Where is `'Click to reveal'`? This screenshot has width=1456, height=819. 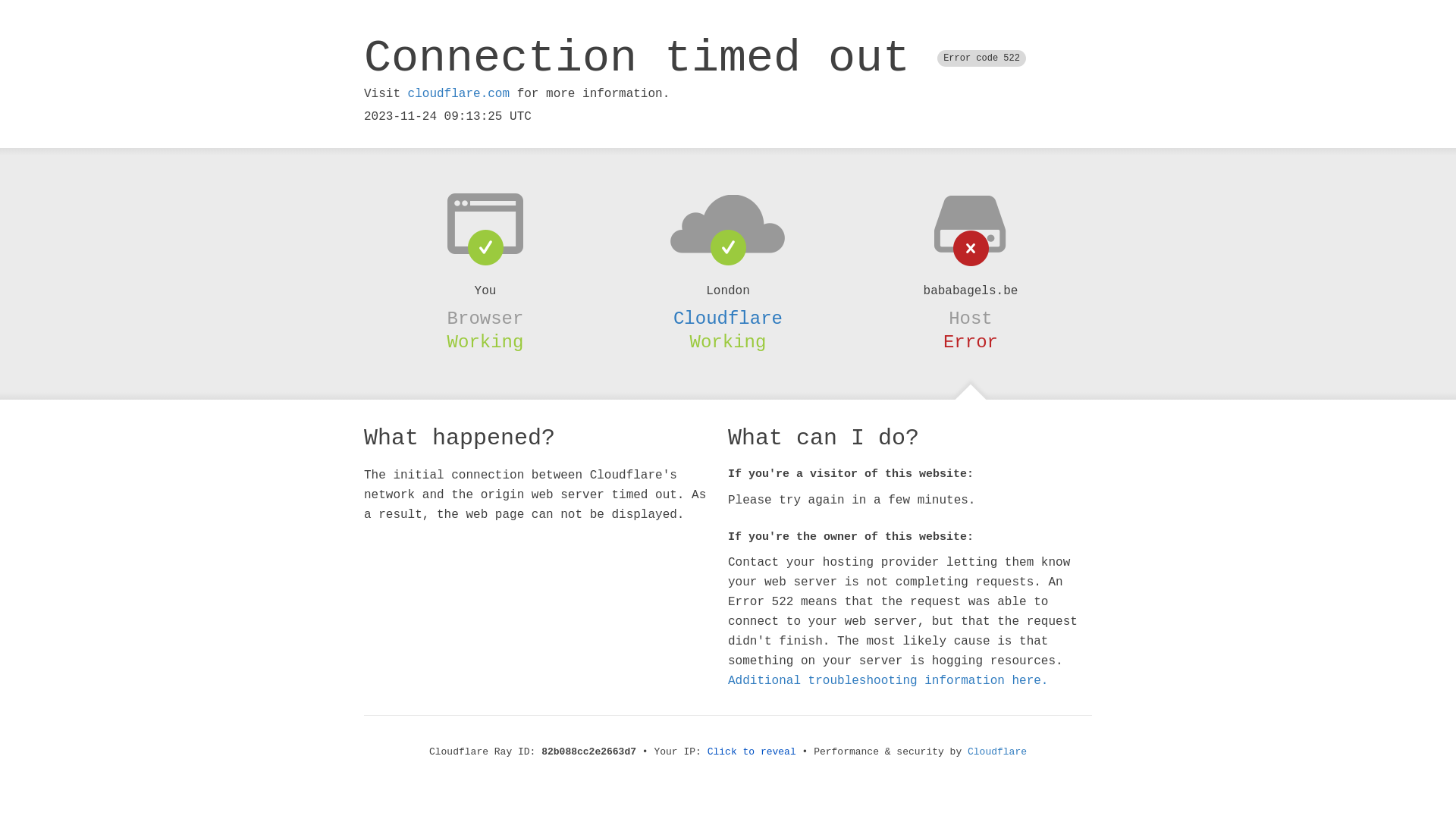
'Click to reveal' is located at coordinates (752, 752).